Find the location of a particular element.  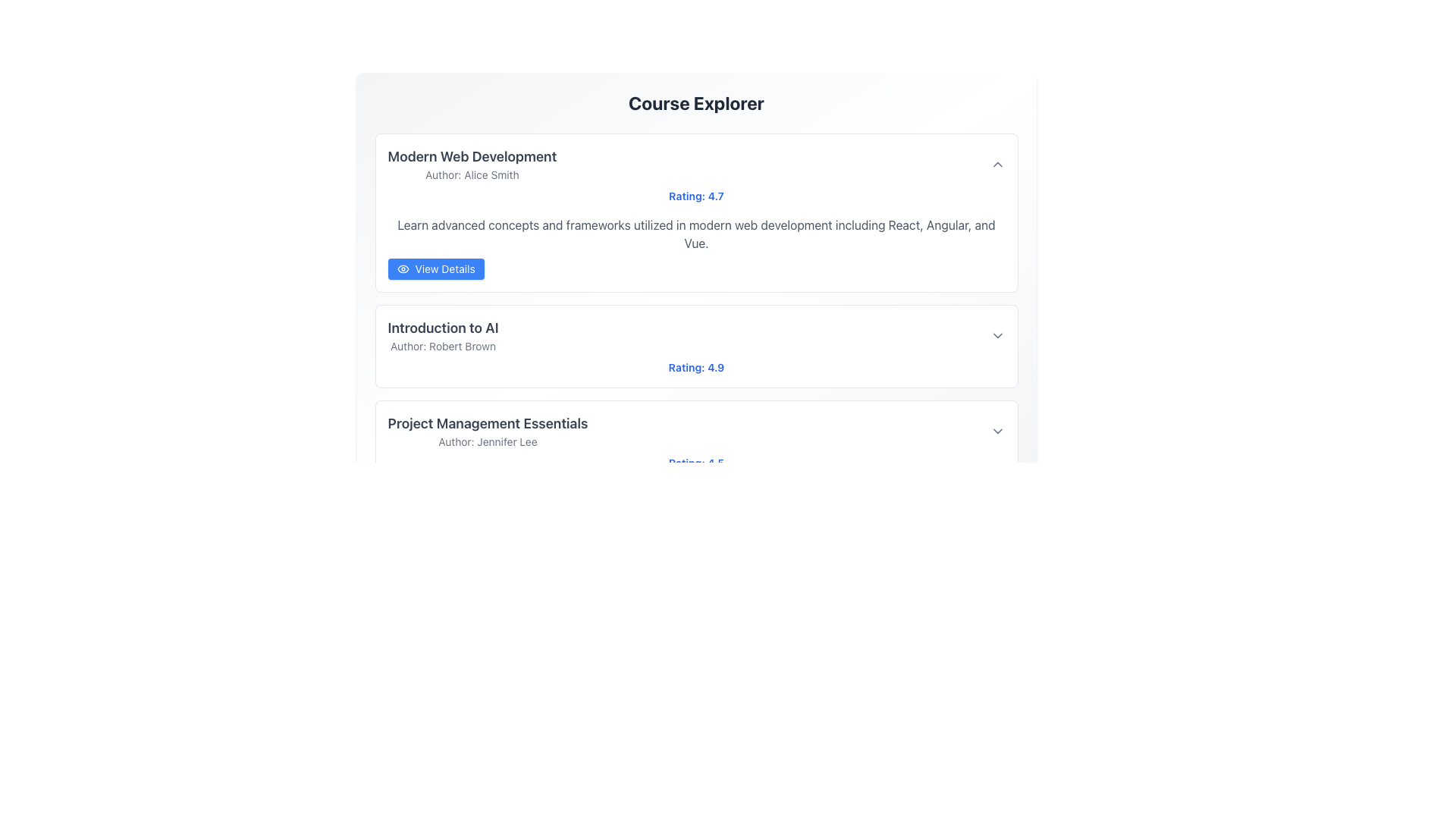

title and author of the course from the second main entry in the course directory, located between 'Modern Web Development' and 'Project Management Essentials' is located at coordinates (442, 335).